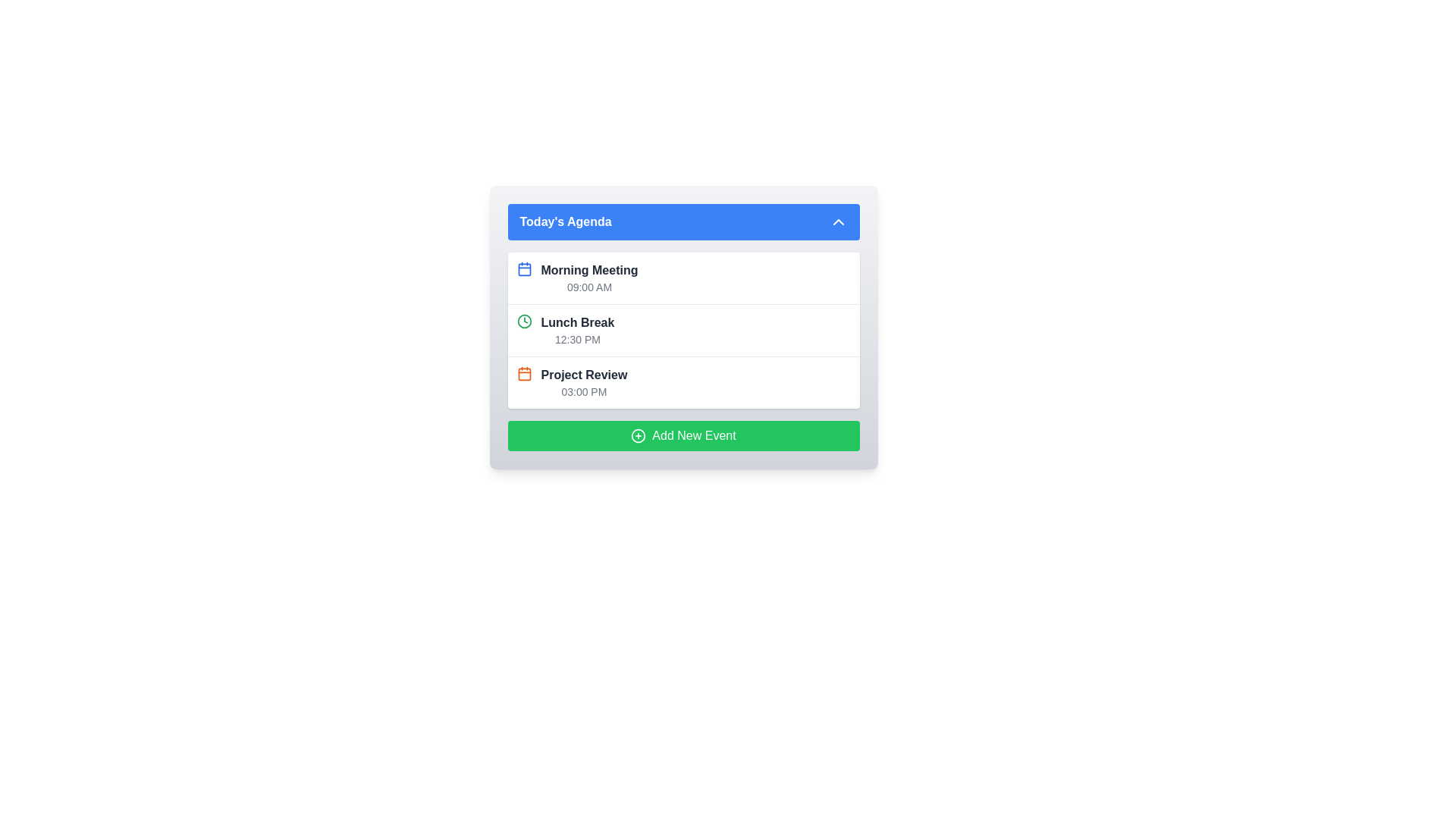 The width and height of the screenshot is (1456, 819). I want to click on the circular clock icon with a green outer stroke, which is the second icon in the list of events under 'Today's Agenda' in the leftmost part of the second row labeled 'Lunch Break', so click(524, 321).